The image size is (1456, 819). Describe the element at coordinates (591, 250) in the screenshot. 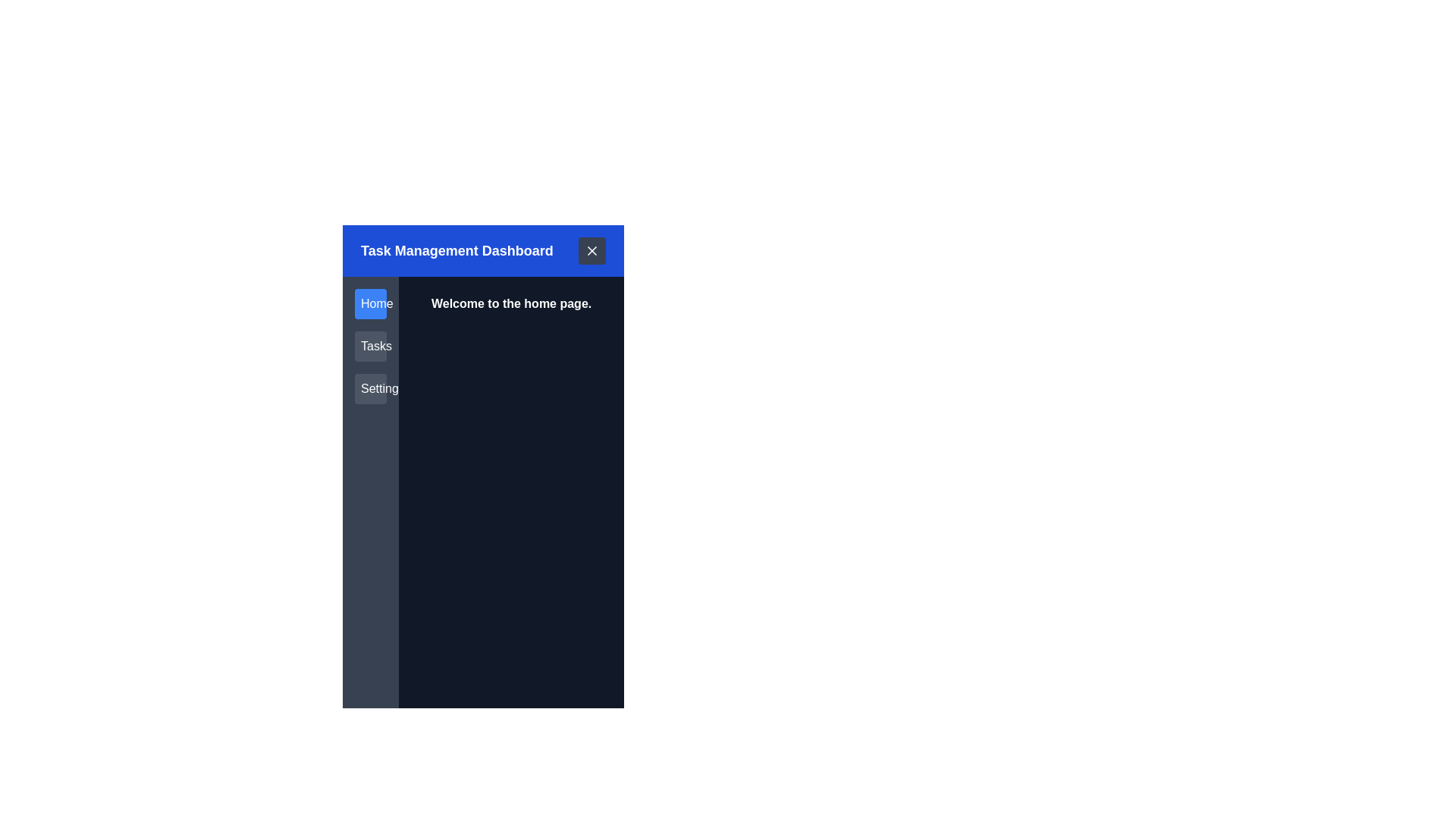

I see `the dark gray button with an 'X' icon in the top-right corner of the blue header bar labeled 'Task Management Dashboard'` at that location.